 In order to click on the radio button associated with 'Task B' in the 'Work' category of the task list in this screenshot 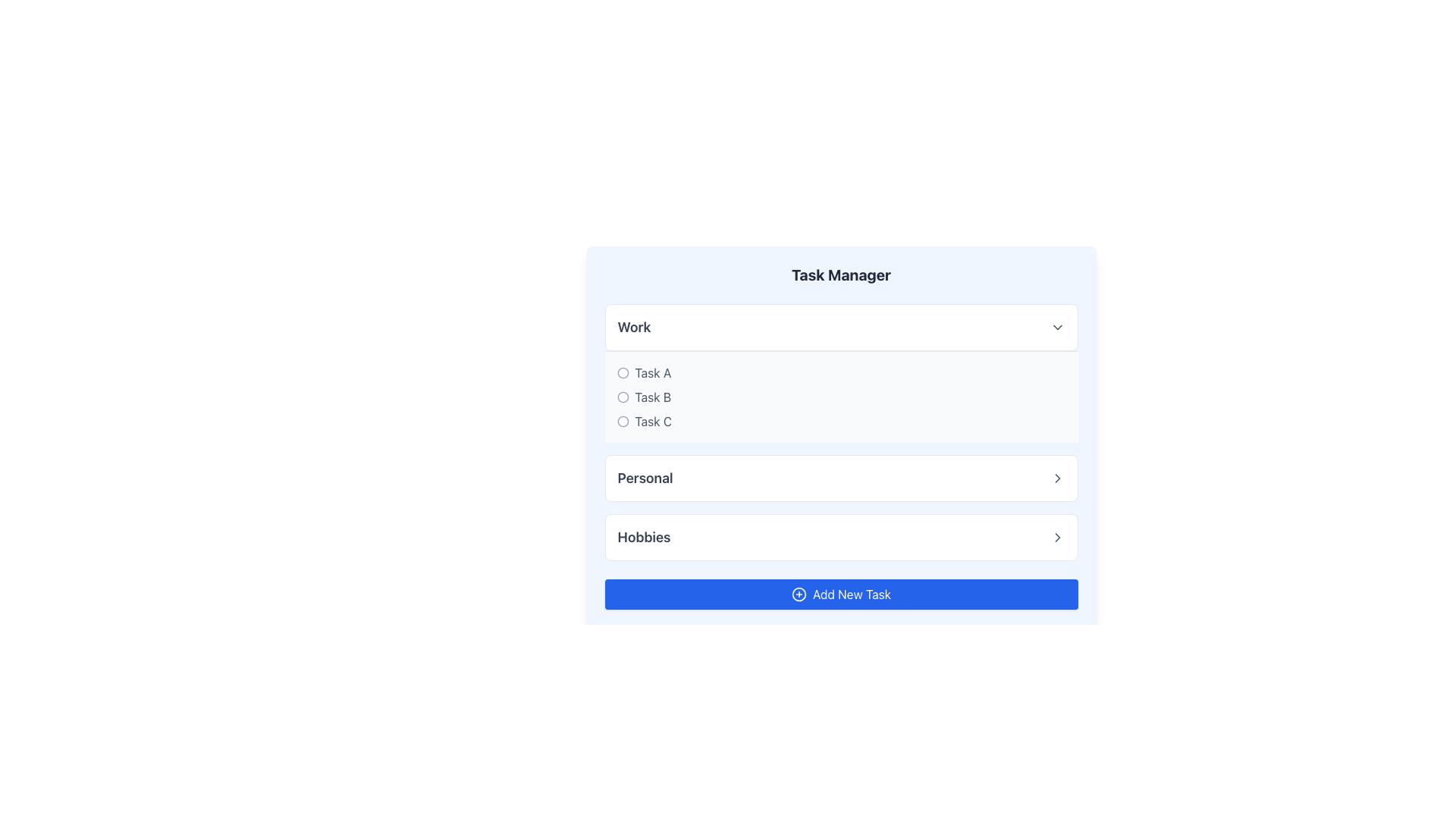, I will do `click(623, 397)`.